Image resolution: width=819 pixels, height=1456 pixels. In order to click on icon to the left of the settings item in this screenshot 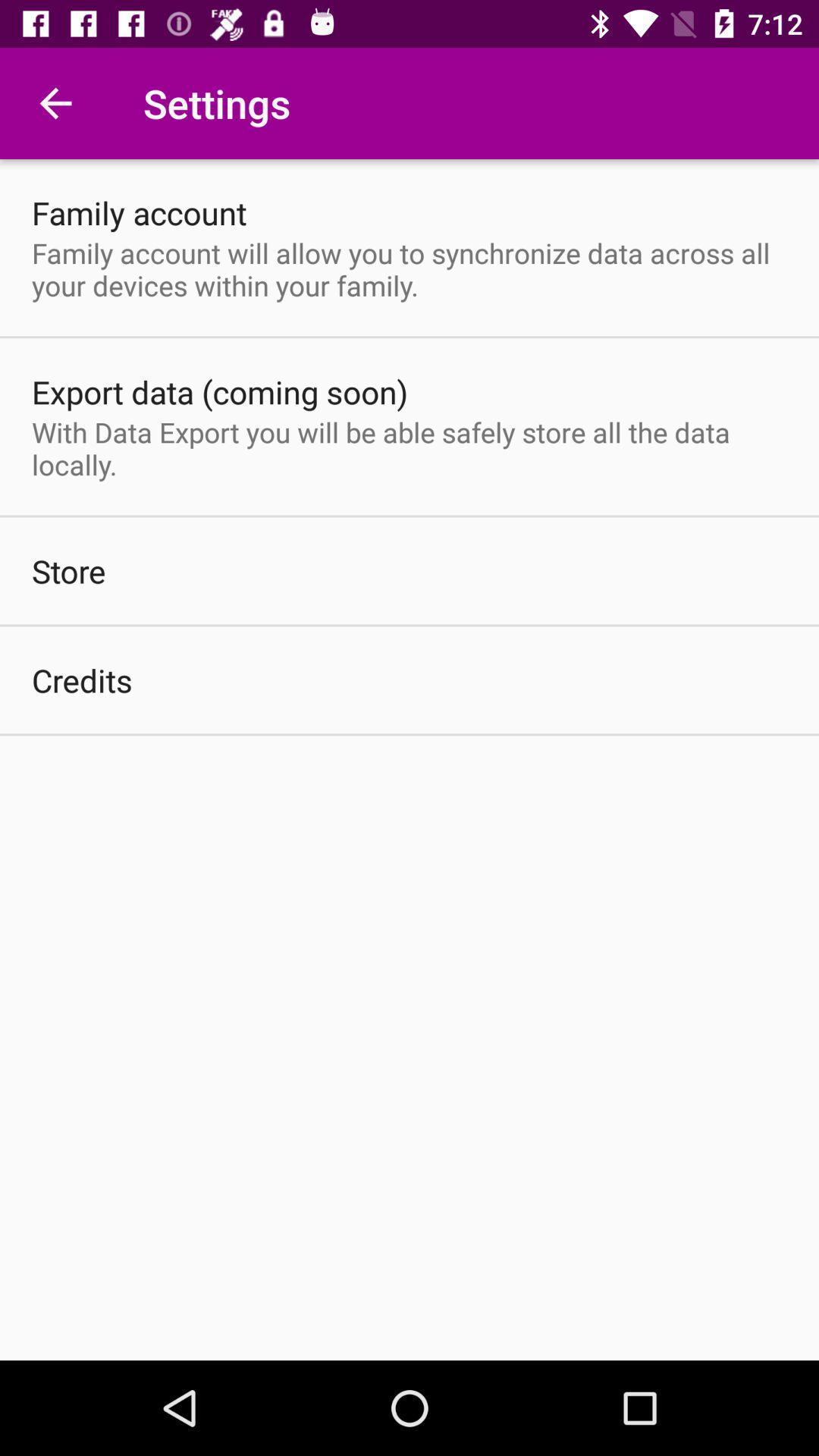, I will do `click(55, 102)`.